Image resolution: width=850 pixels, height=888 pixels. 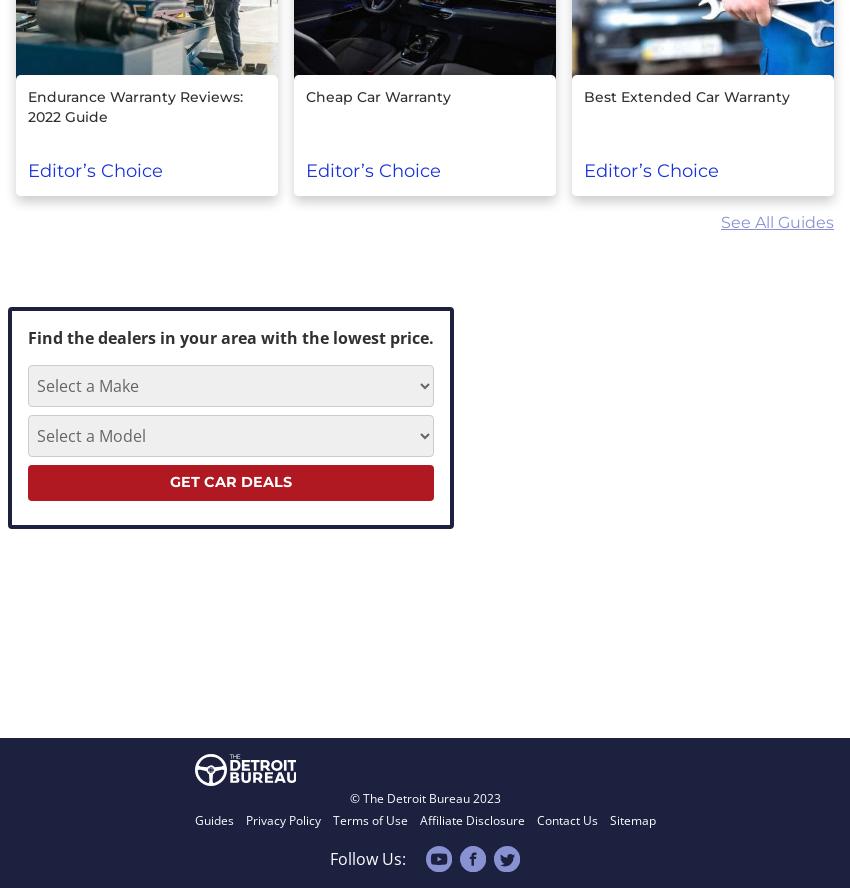 What do you see at coordinates (583, 95) in the screenshot?
I see `'Best Extended Car Warranty'` at bounding box center [583, 95].